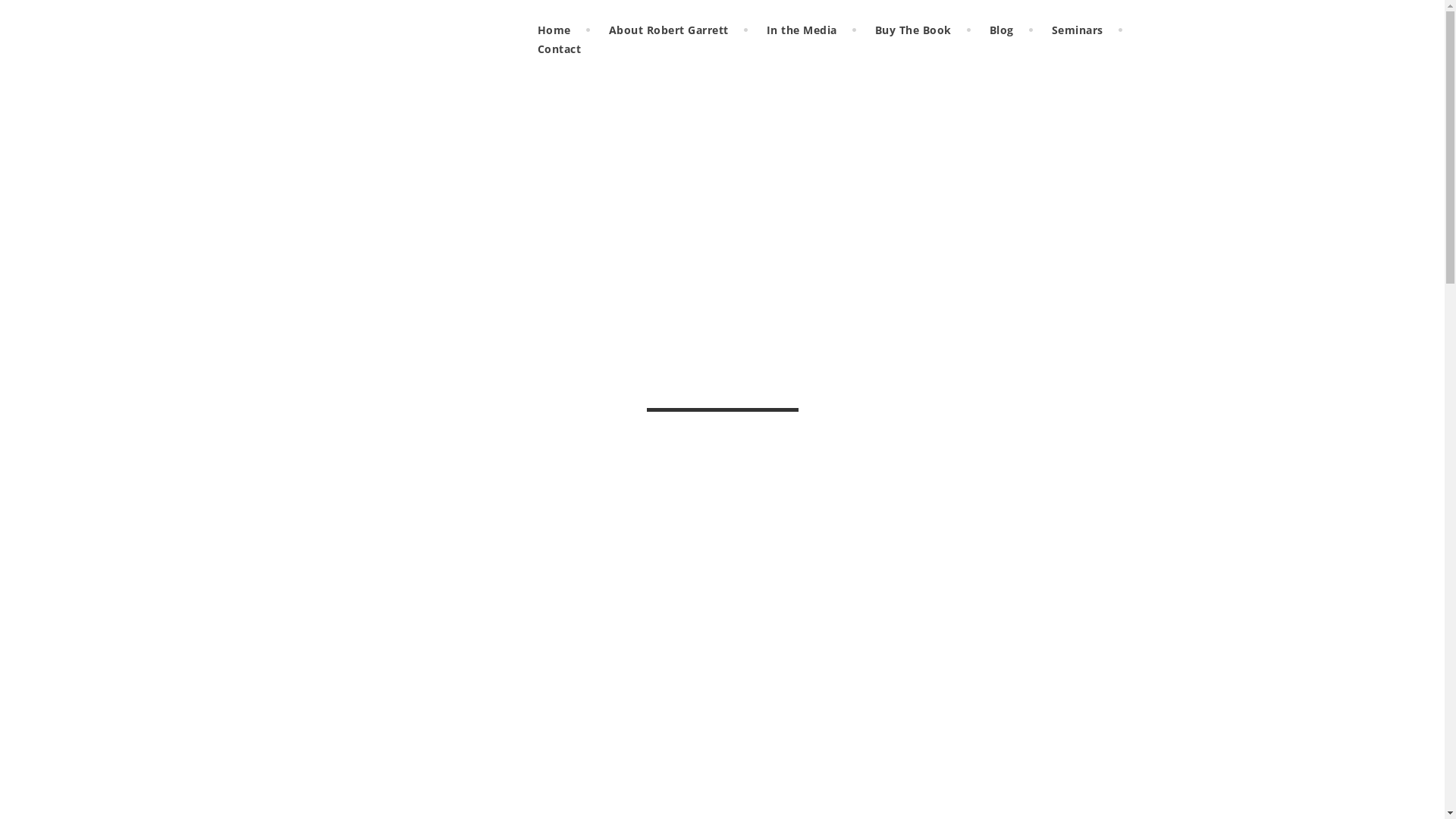  Describe the element at coordinates (978, 30) in the screenshot. I see `'Blog'` at that location.